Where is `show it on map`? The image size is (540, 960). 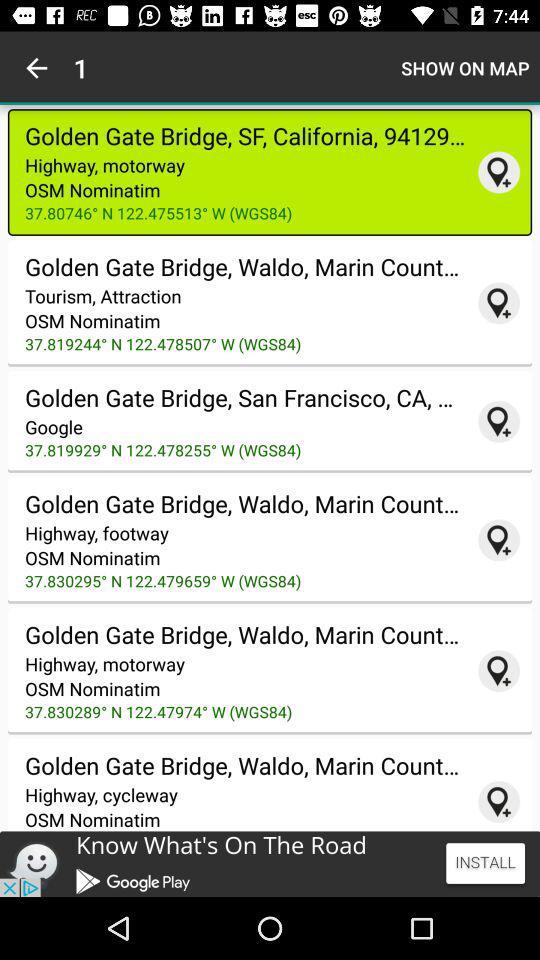 show it on map is located at coordinates (498, 421).